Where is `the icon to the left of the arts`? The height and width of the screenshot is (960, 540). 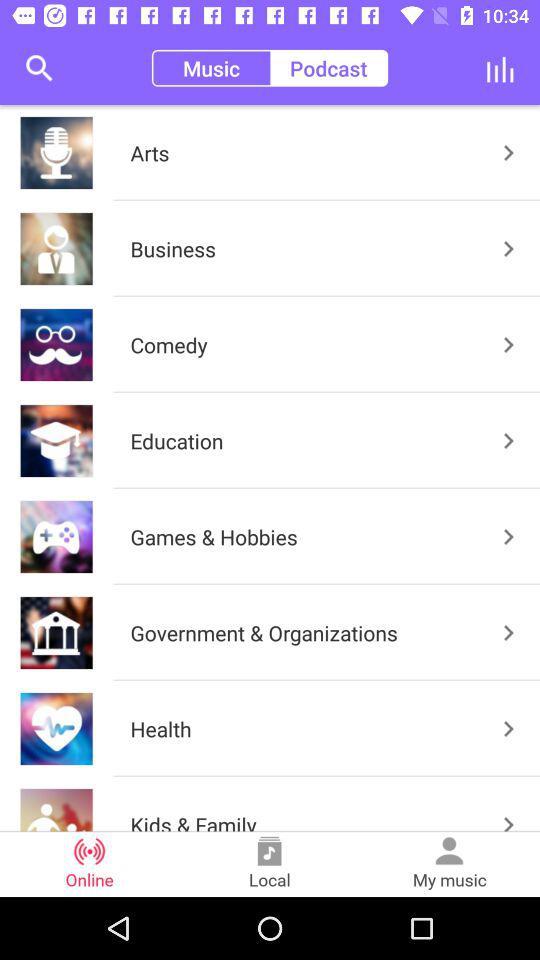
the icon to the left of the arts is located at coordinates (39, 68).